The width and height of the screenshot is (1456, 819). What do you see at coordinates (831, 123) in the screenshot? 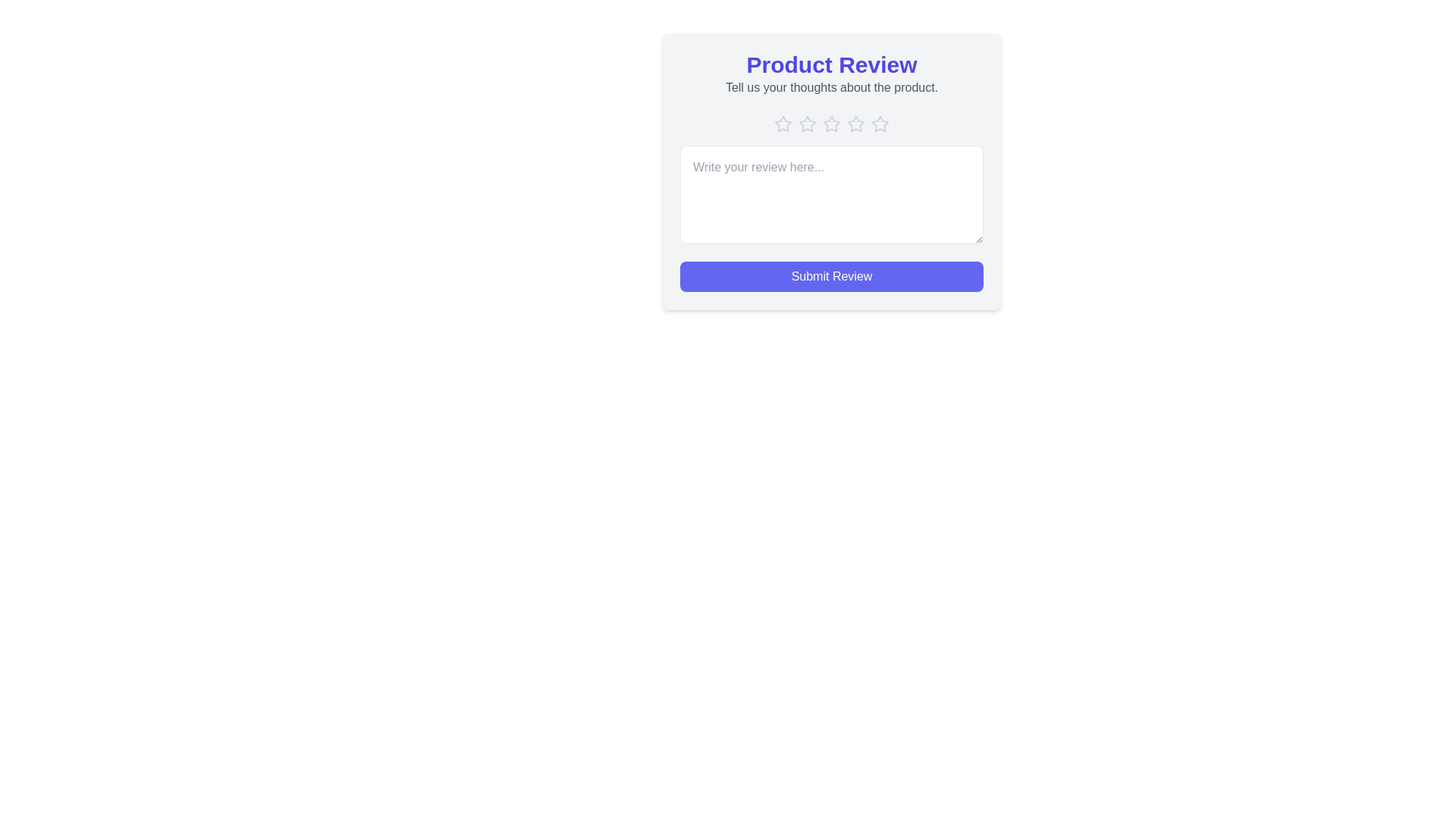
I see `the second star icon from the left, which is used for selecting a rating in the product review system` at bounding box center [831, 123].